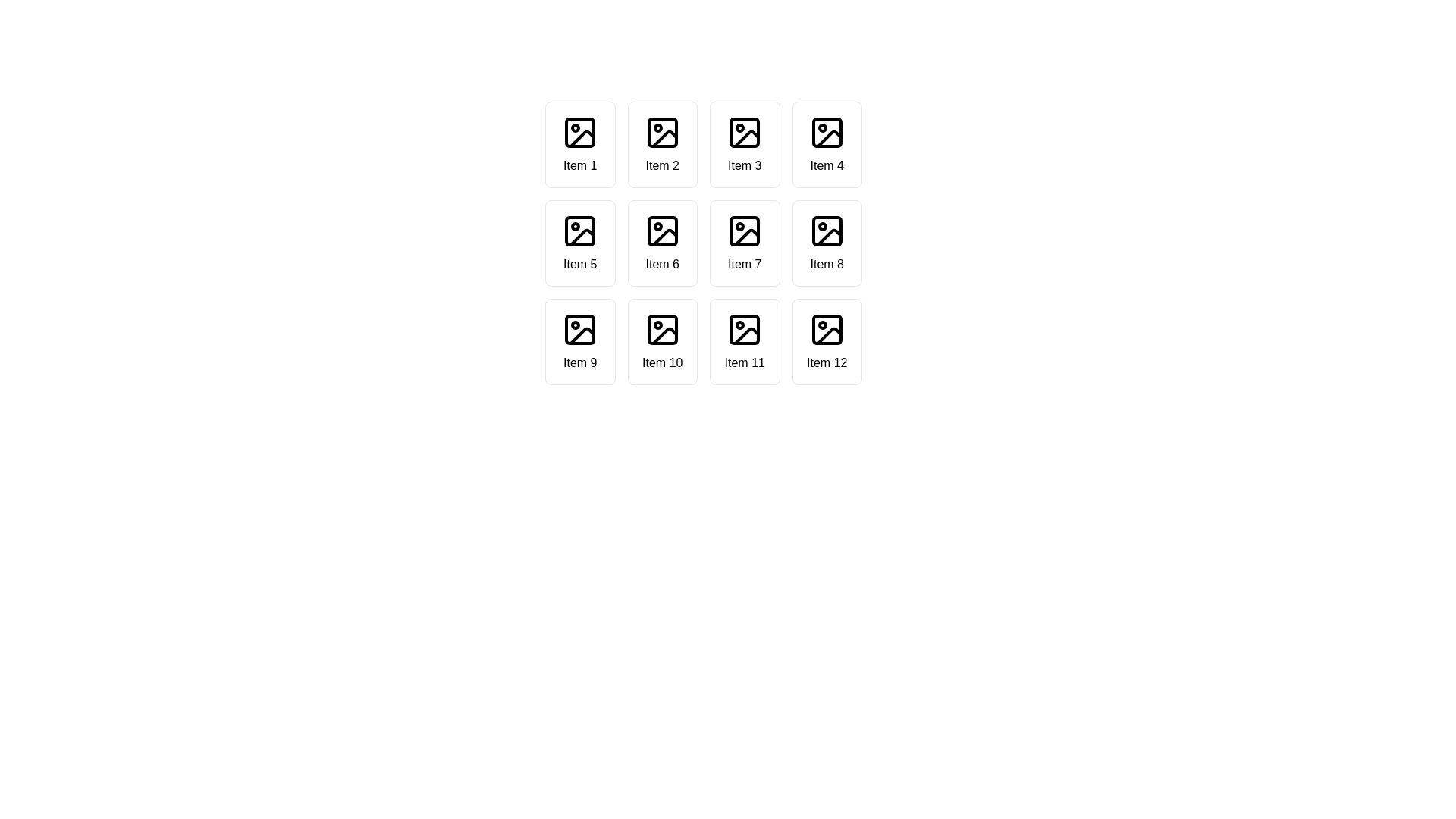  What do you see at coordinates (826, 329) in the screenshot?
I see `the vector graphic element located at the center of the icon in the twelfth item of a 4x3 grid layout labeled 'Item 12'` at bounding box center [826, 329].